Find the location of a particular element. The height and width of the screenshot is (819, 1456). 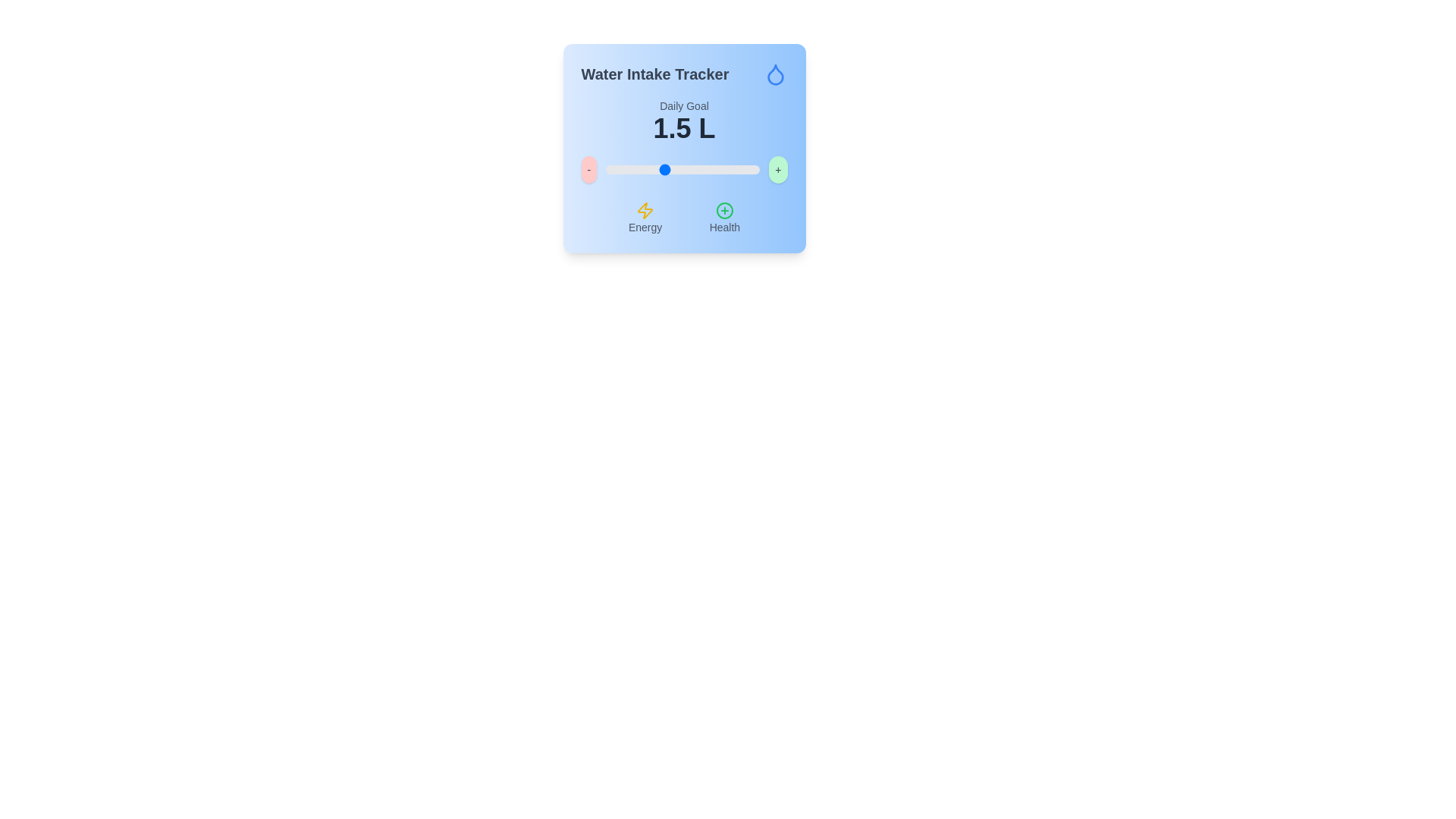

the slider value is located at coordinates (605, 169).